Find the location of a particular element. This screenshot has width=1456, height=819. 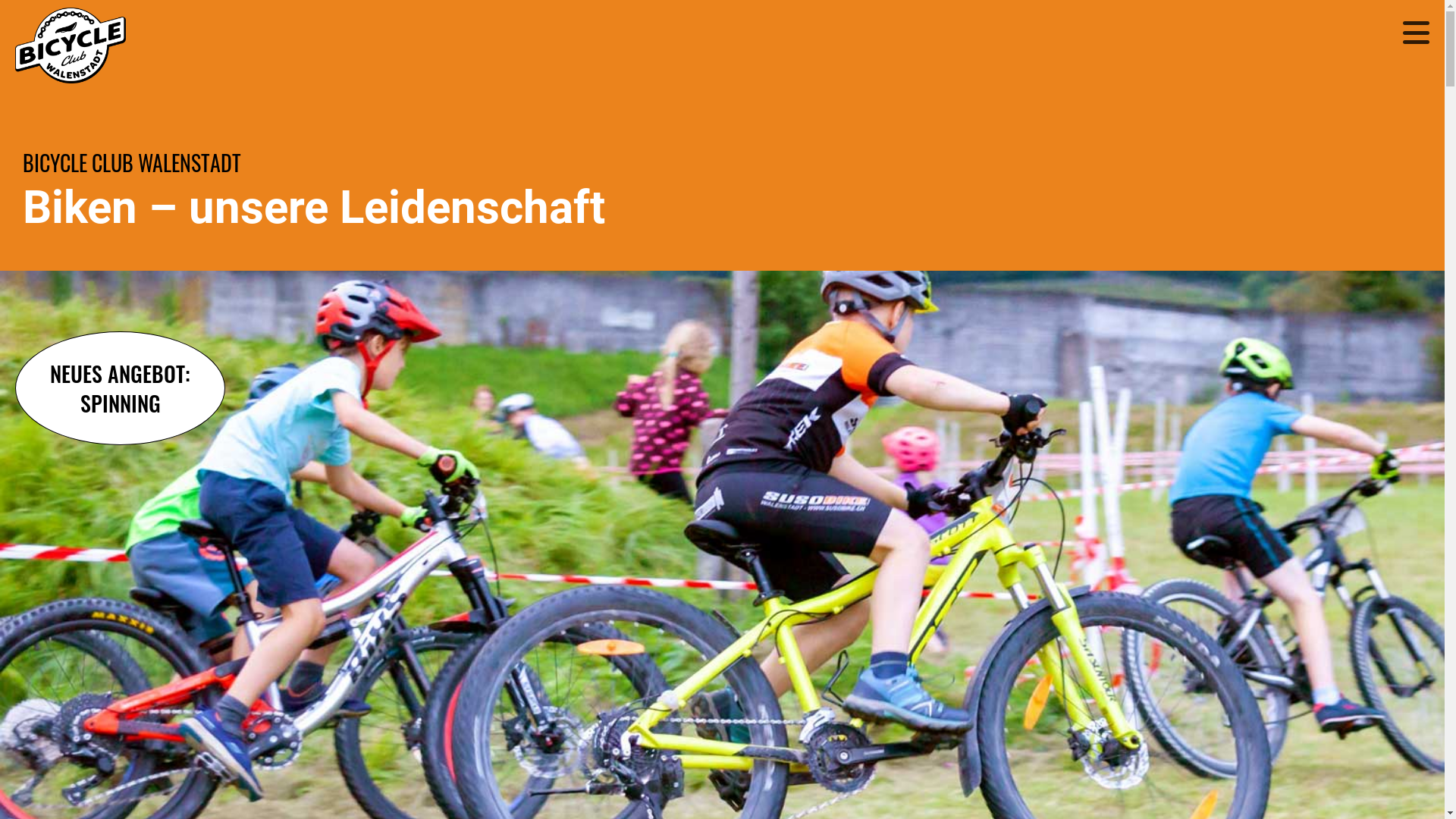

'NEUES ANGEBOT: is located at coordinates (119, 388).